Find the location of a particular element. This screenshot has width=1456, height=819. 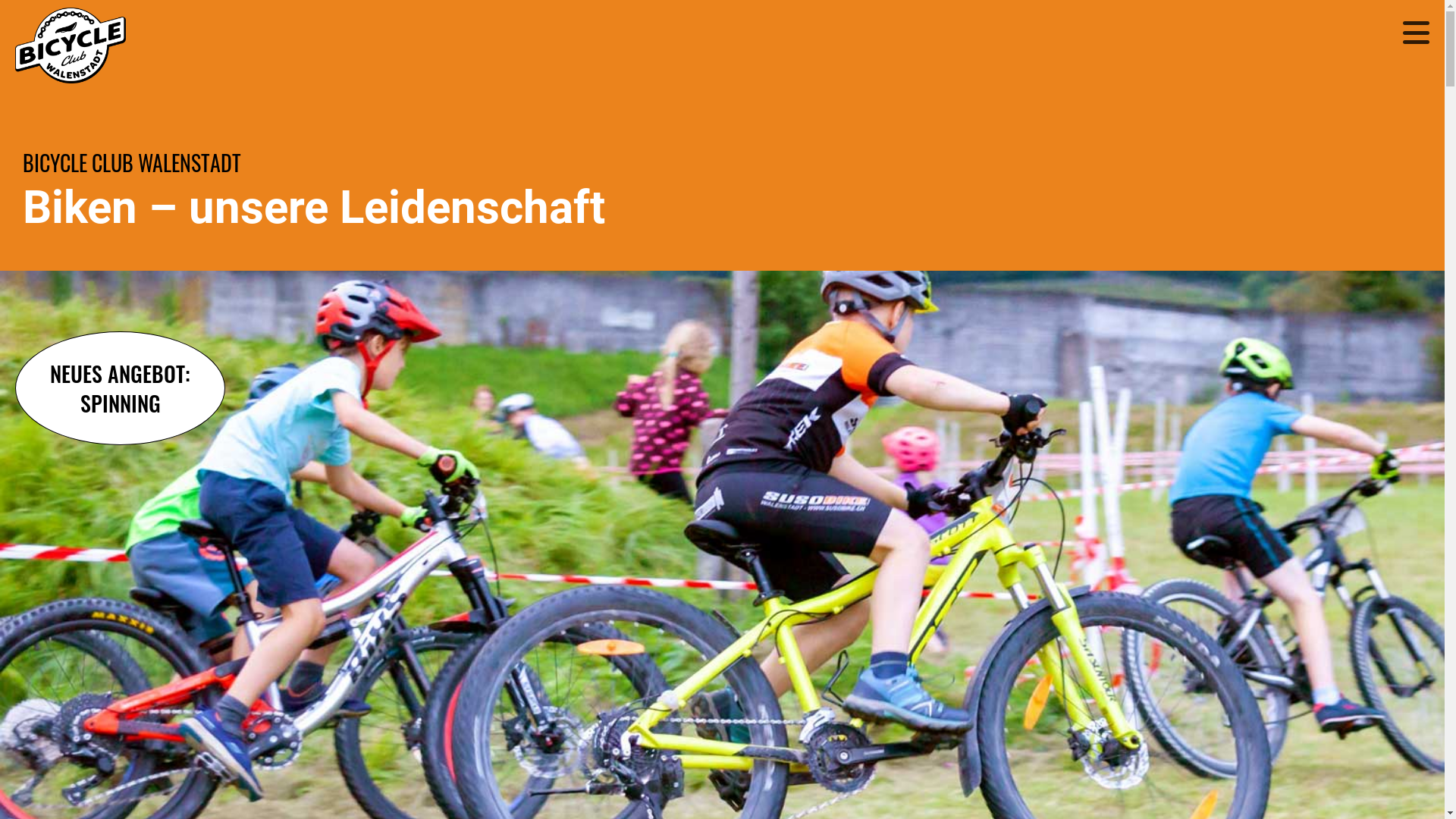

'NEUES ANGEBOT: is located at coordinates (119, 388).